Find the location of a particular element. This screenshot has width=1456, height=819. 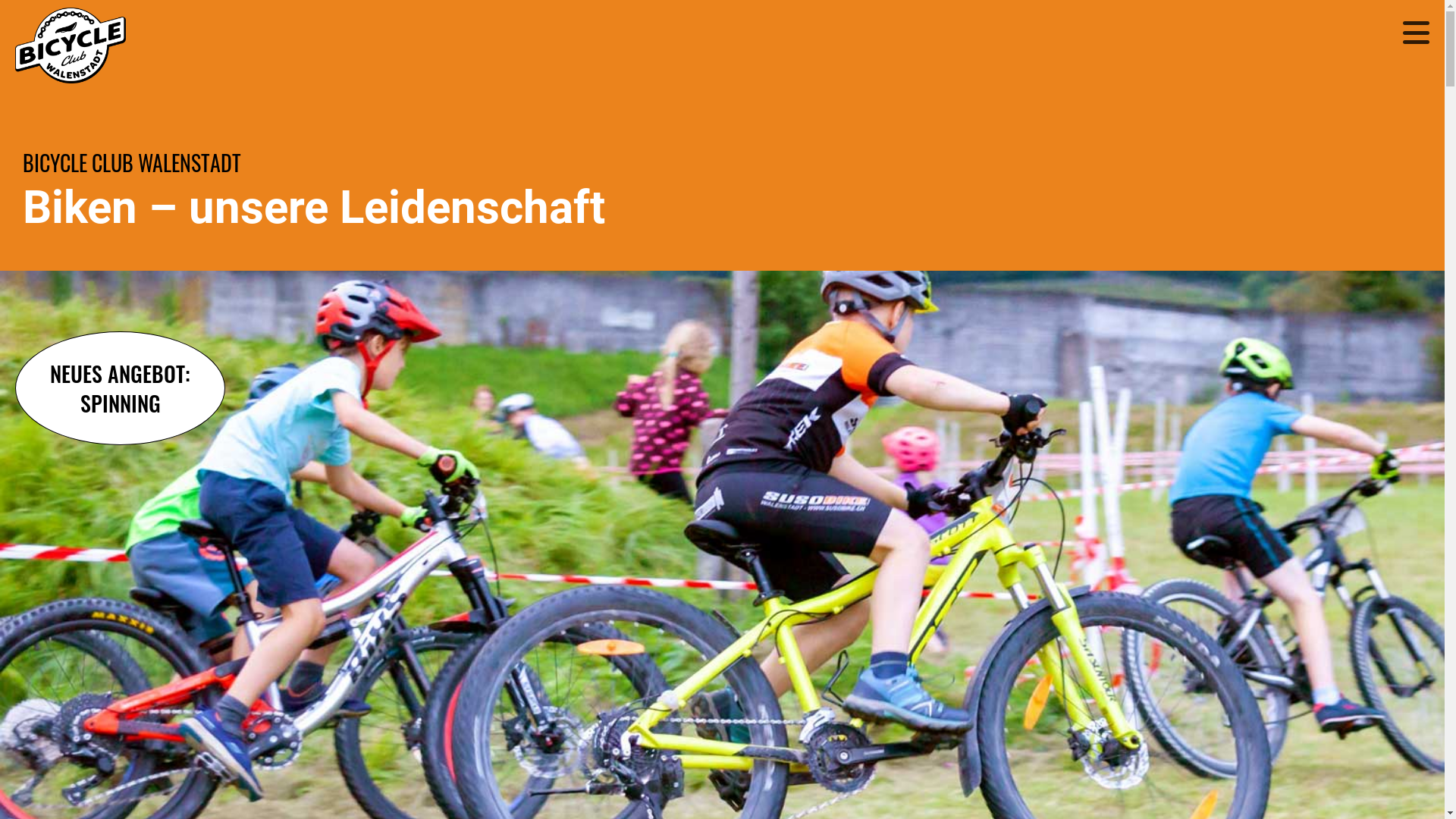

'NEUES ANGEBOT: is located at coordinates (119, 388).